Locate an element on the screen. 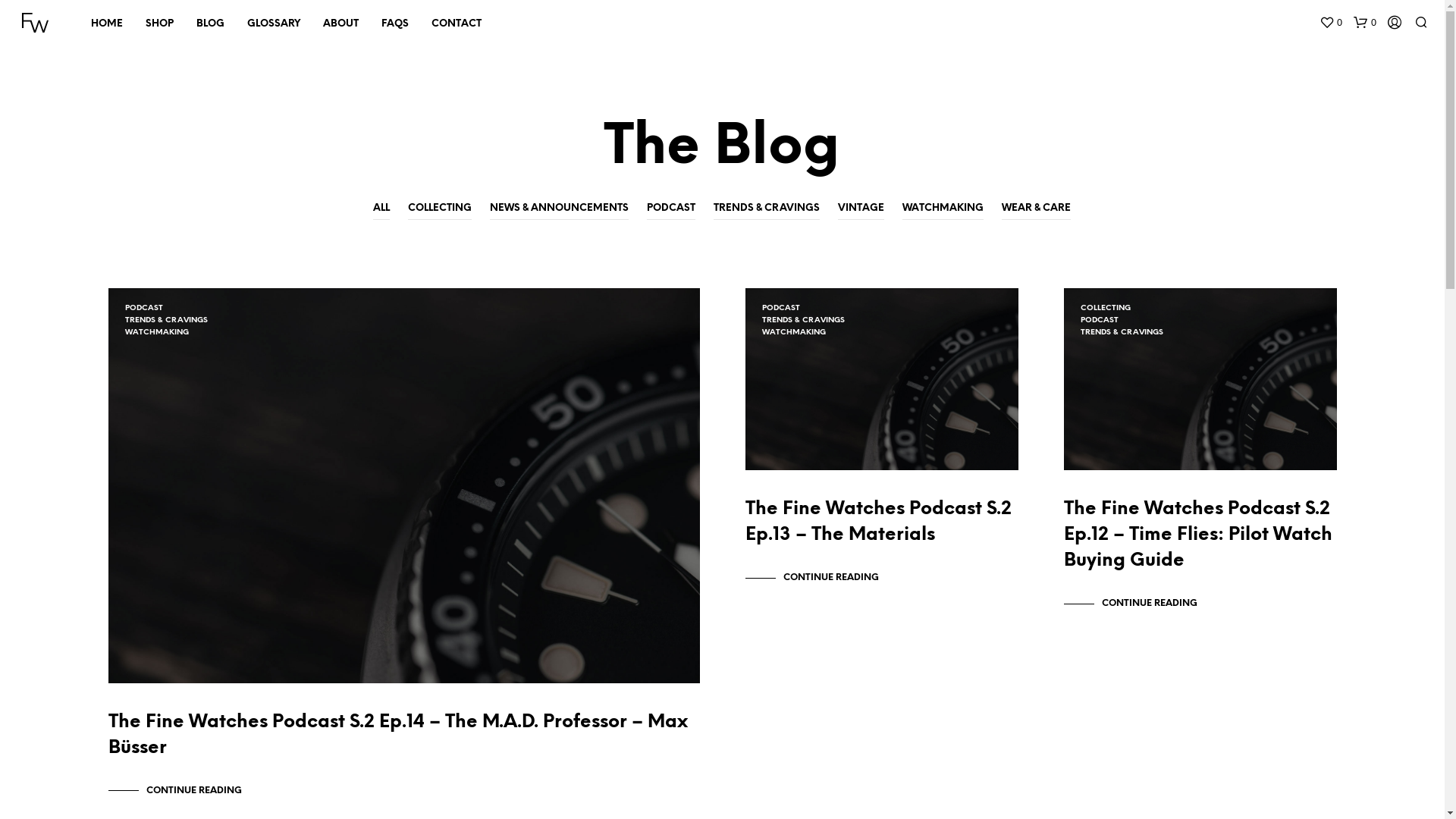 This screenshot has width=1456, height=819. 'WEAR & CARE' is located at coordinates (1035, 209).